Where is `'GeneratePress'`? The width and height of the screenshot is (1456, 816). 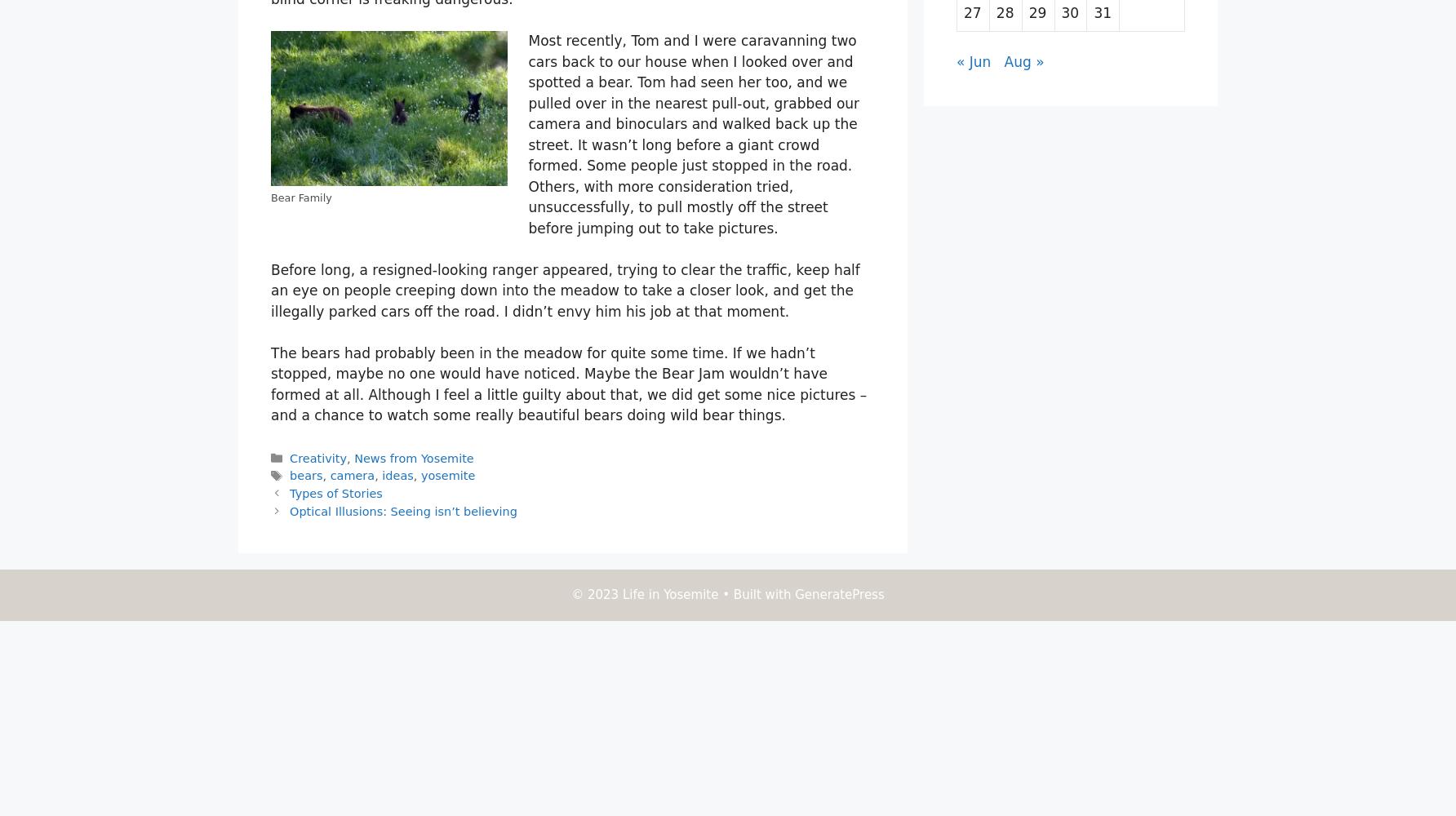 'GeneratePress' is located at coordinates (795, 594).